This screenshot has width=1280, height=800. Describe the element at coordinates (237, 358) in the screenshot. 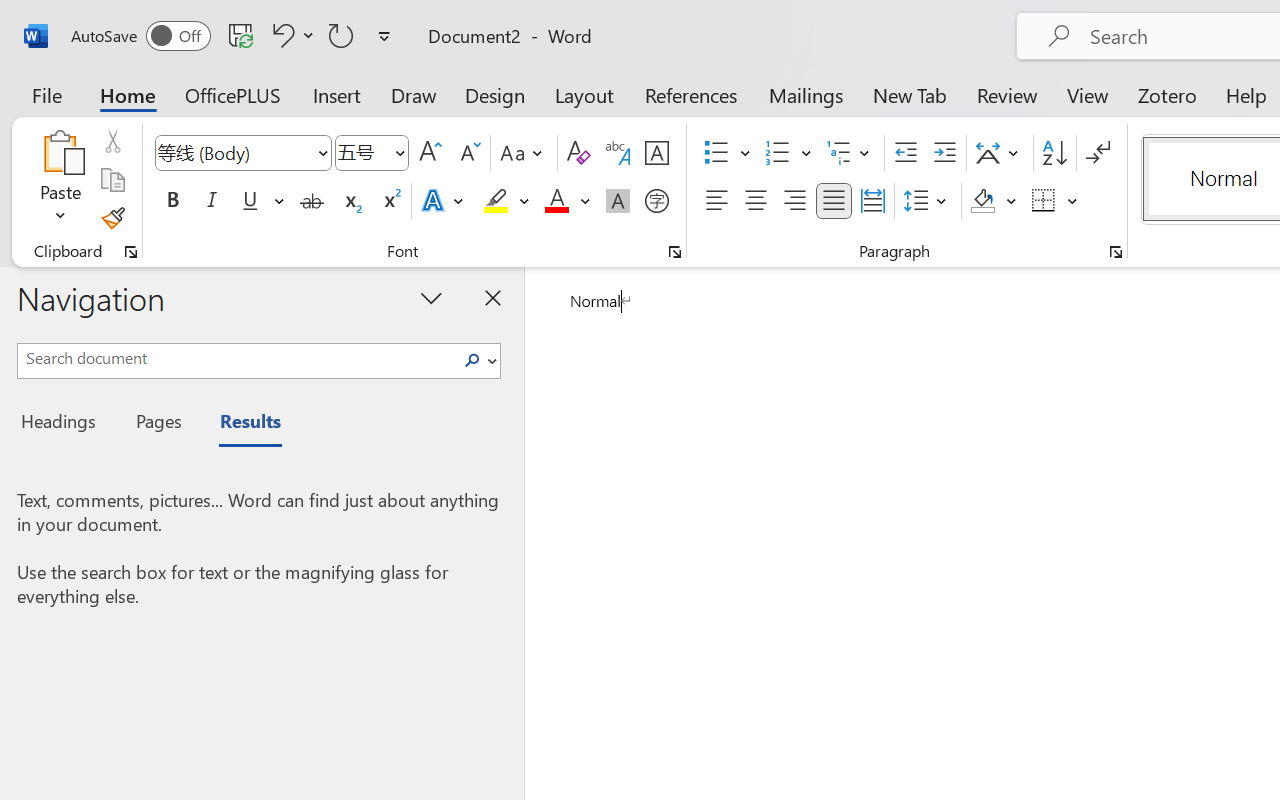

I see `'Search document'` at that location.